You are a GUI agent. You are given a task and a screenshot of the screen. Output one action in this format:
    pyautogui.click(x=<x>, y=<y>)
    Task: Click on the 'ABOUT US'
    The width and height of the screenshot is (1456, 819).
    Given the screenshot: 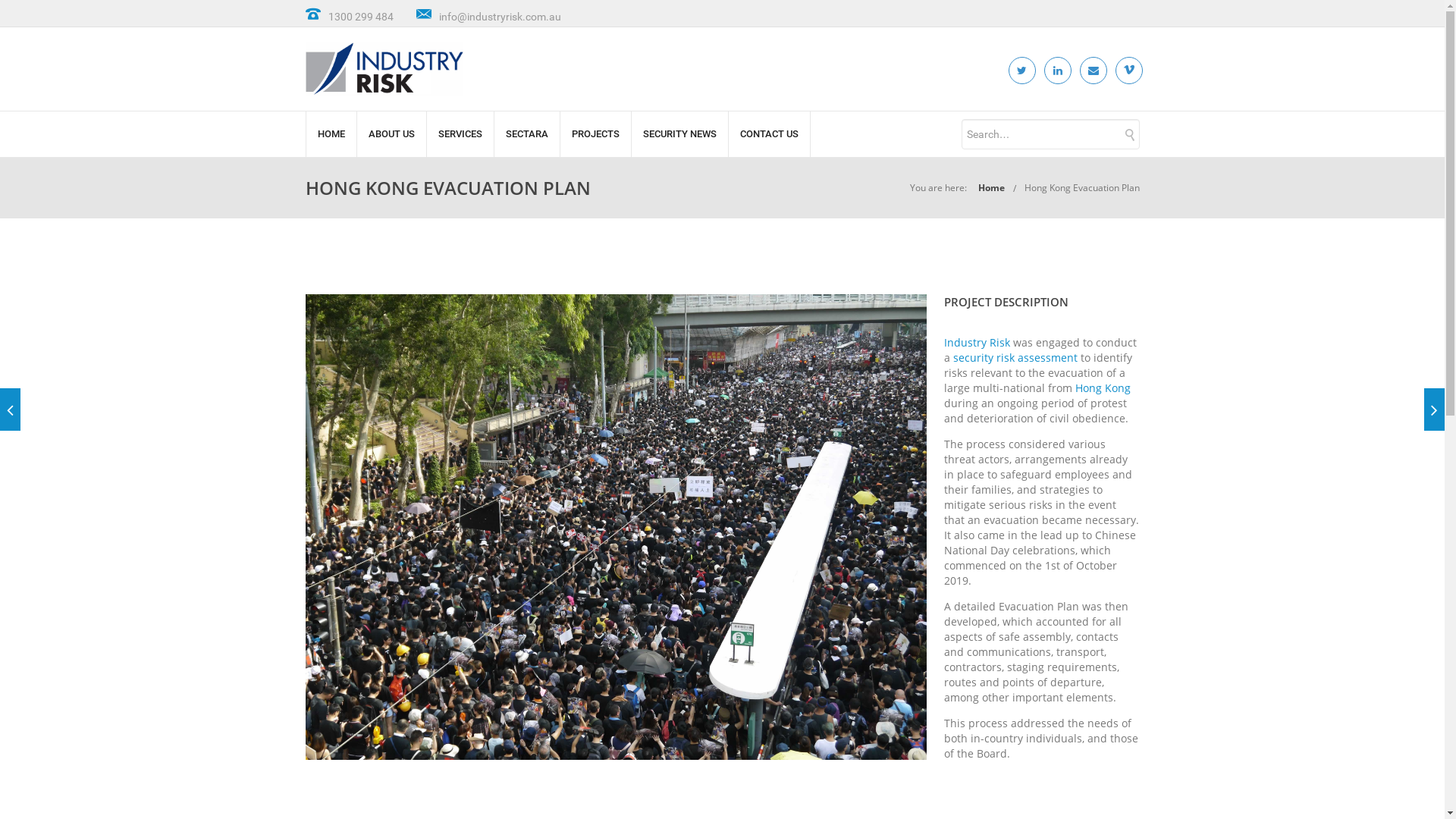 What is the action you would take?
    pyautogui.click(x=368, y=133)
    